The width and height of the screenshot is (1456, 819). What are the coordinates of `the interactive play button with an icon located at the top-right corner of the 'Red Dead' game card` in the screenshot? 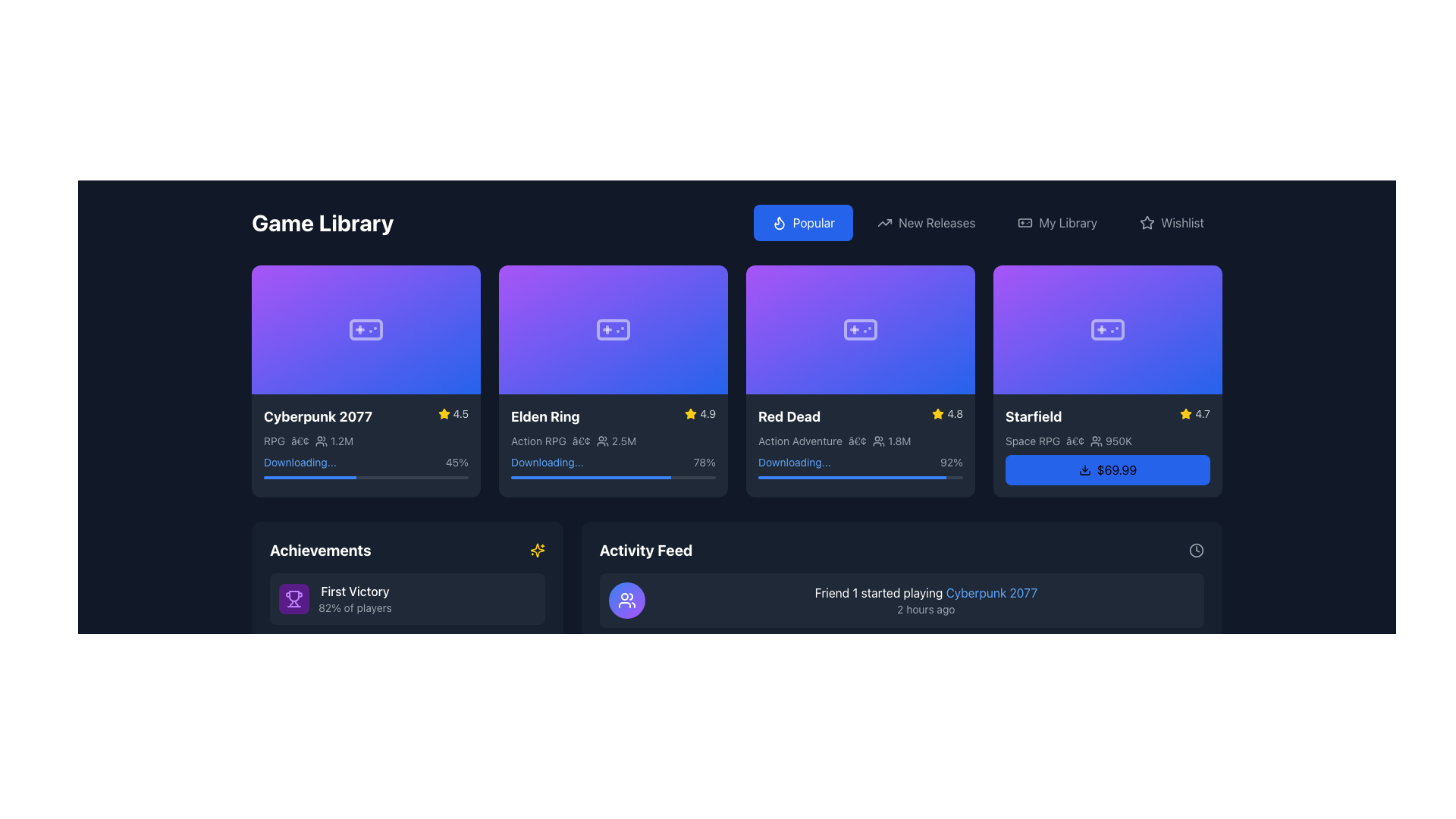 It's located at (954, 284).